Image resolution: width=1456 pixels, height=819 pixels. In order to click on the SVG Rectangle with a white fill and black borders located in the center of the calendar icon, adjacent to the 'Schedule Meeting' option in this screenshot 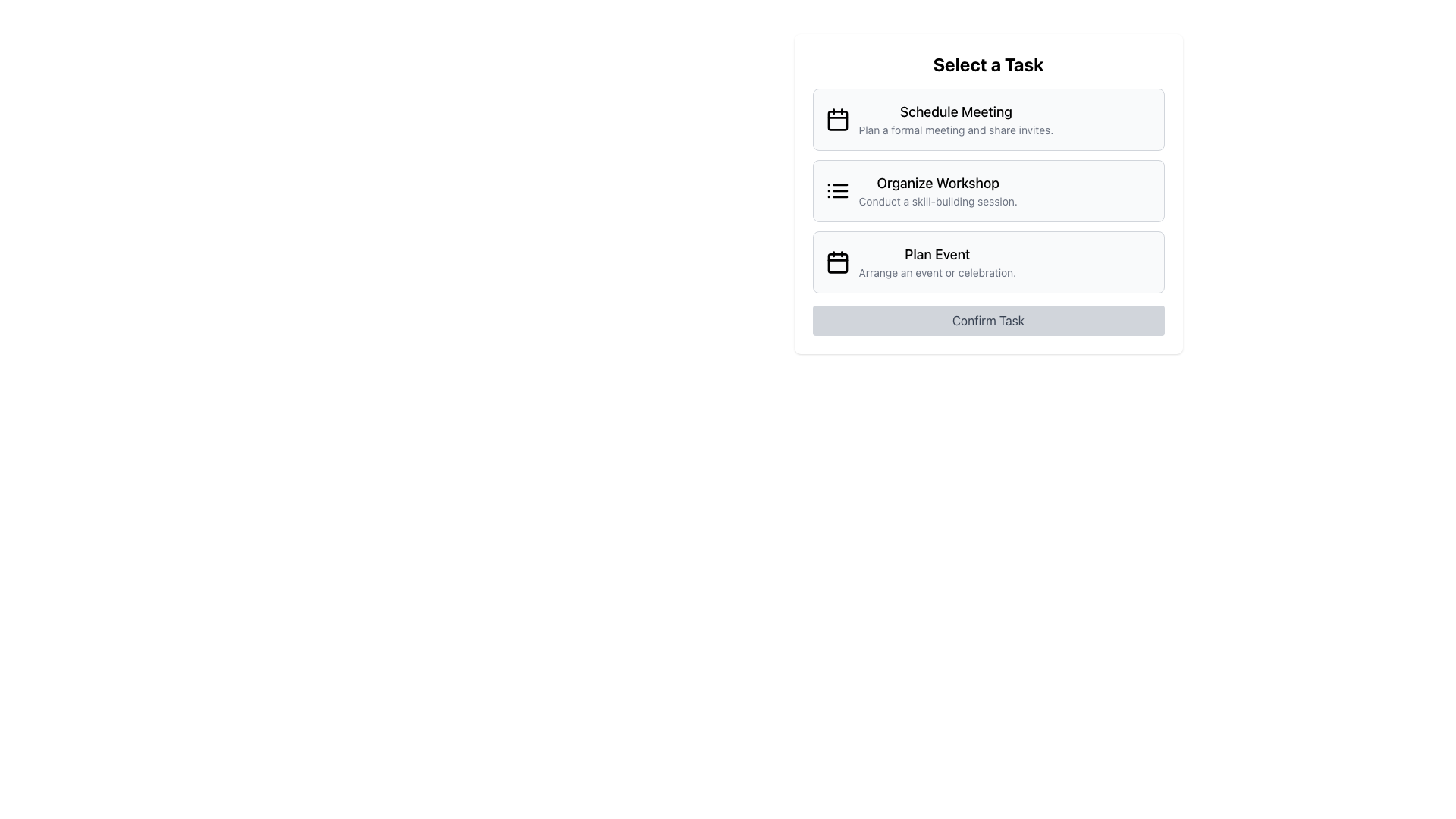, I will do `click(836, 120)`.